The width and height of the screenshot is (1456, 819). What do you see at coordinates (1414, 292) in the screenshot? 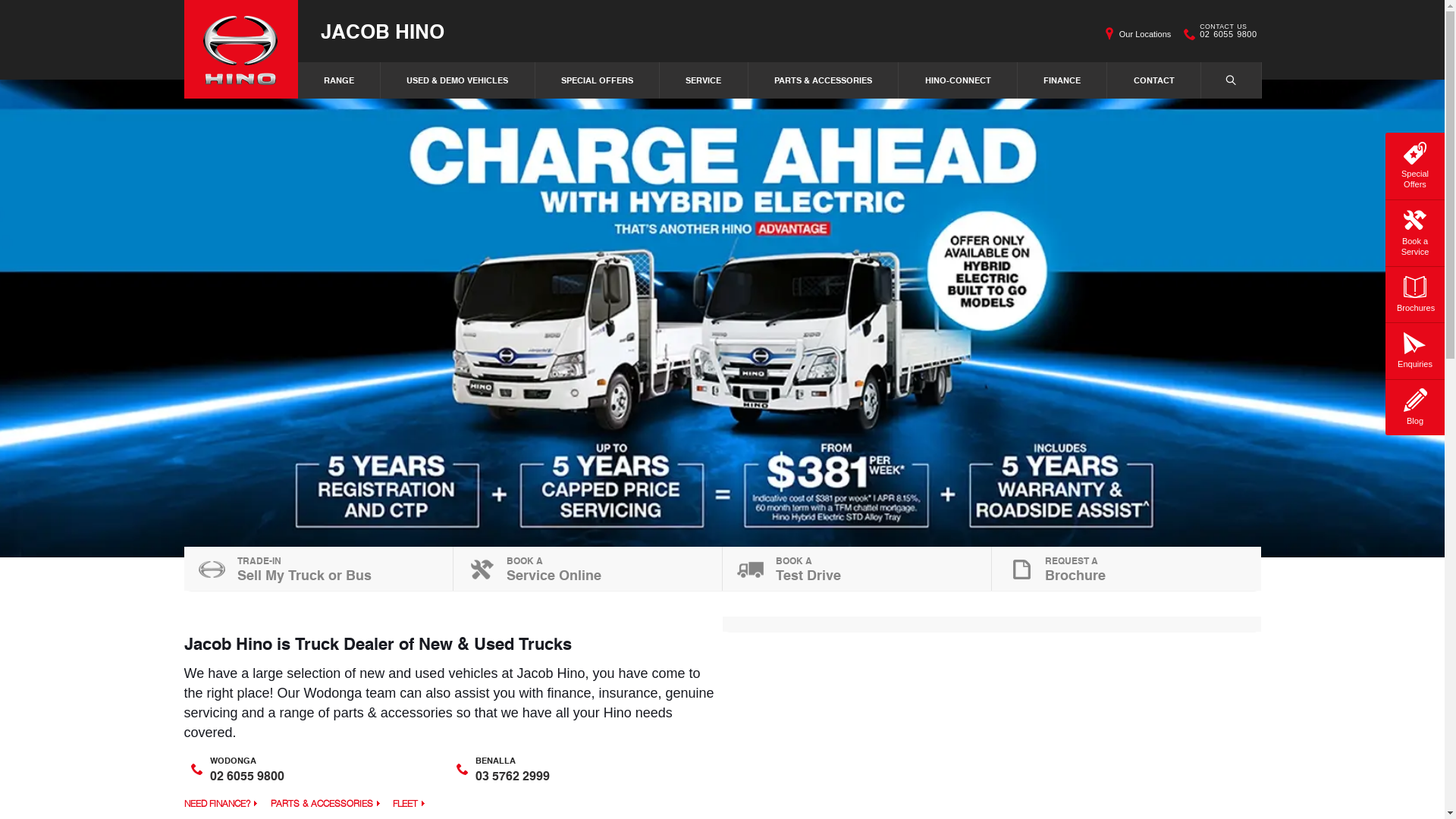
I see `'Brochures'` at bounding box center [1414, 292].